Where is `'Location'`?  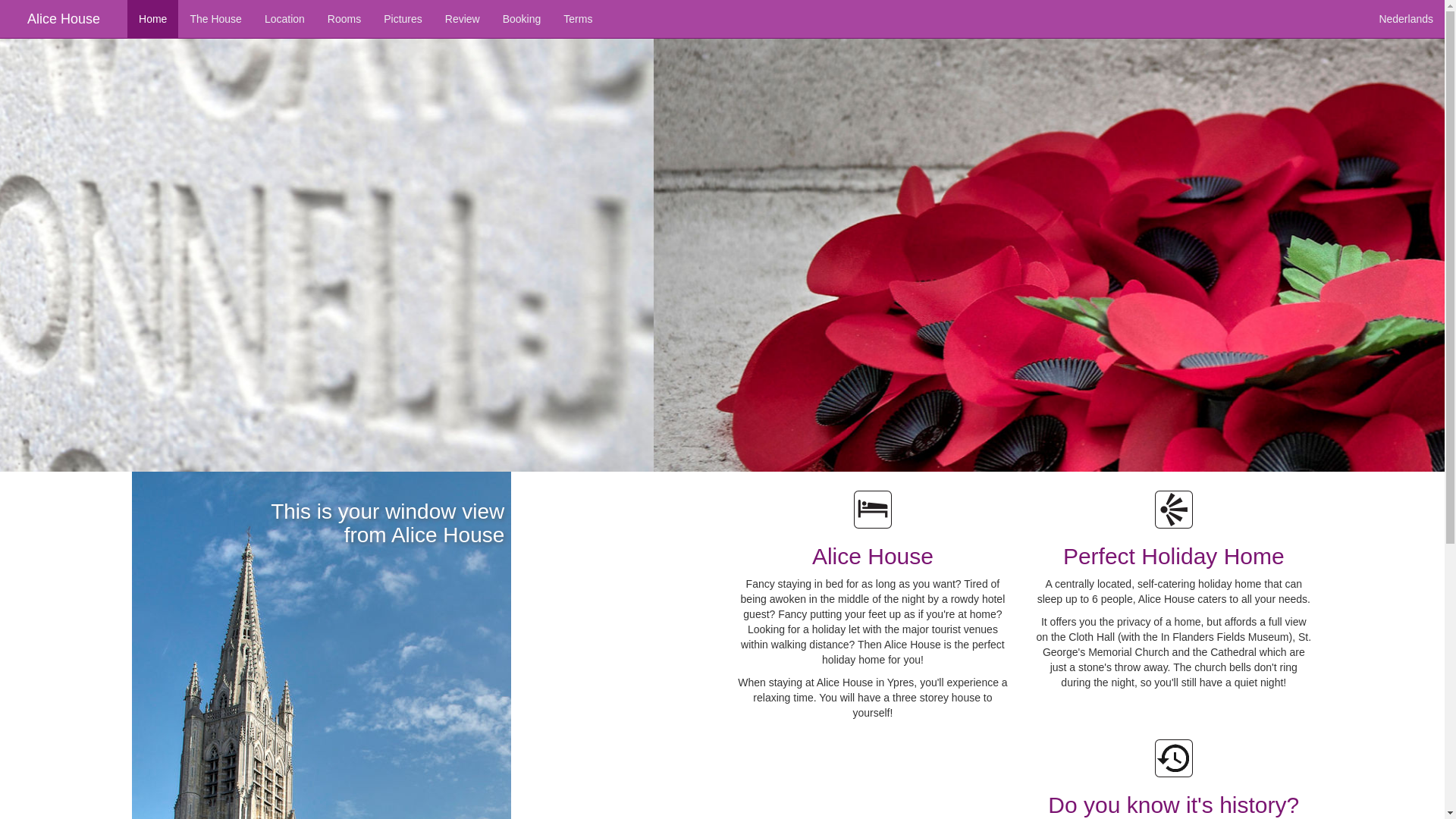
'Location' is located at coordinates (253, 18).